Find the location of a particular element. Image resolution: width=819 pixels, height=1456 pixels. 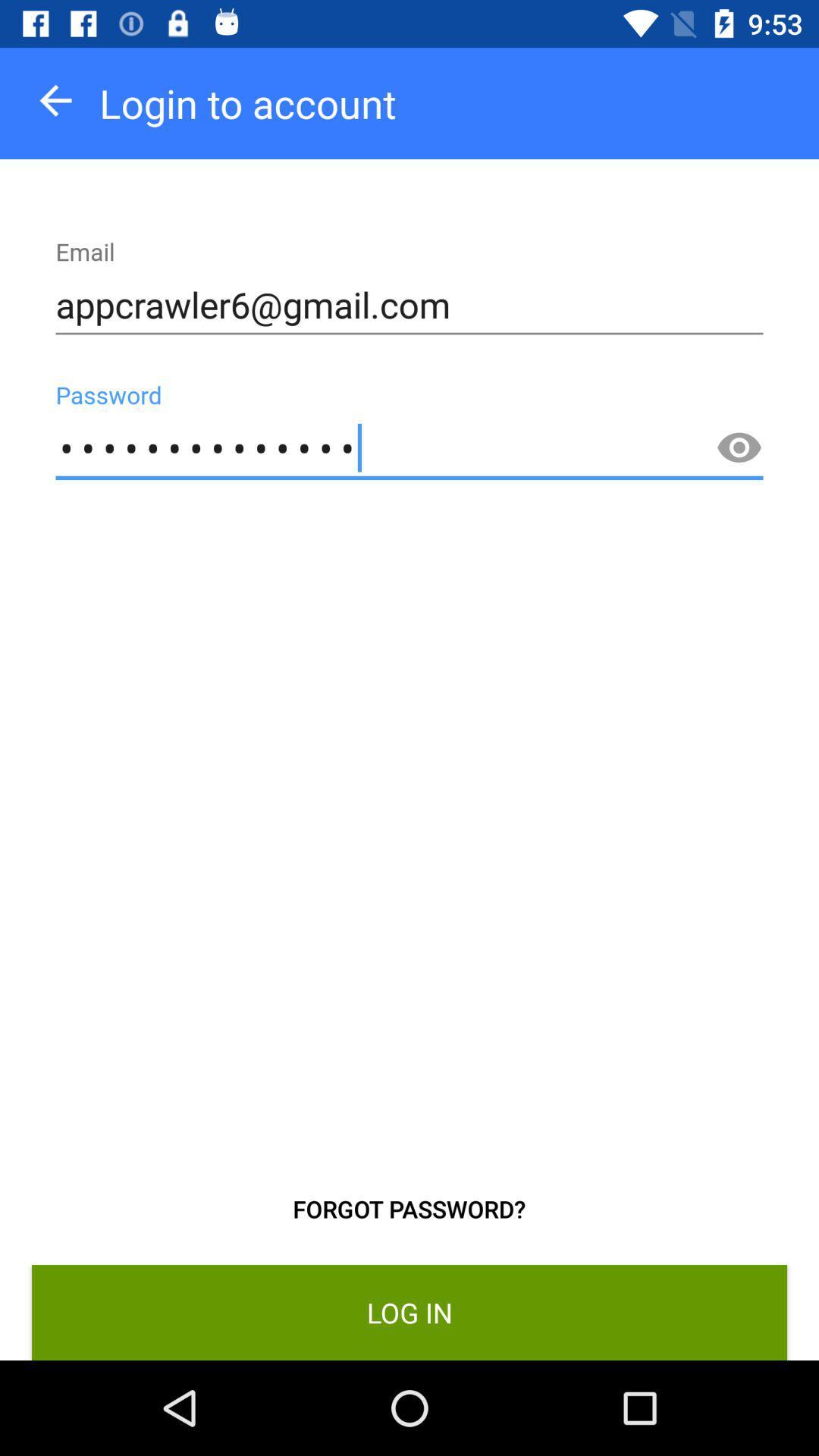

the log in item is located at coordinates (409, 1312).